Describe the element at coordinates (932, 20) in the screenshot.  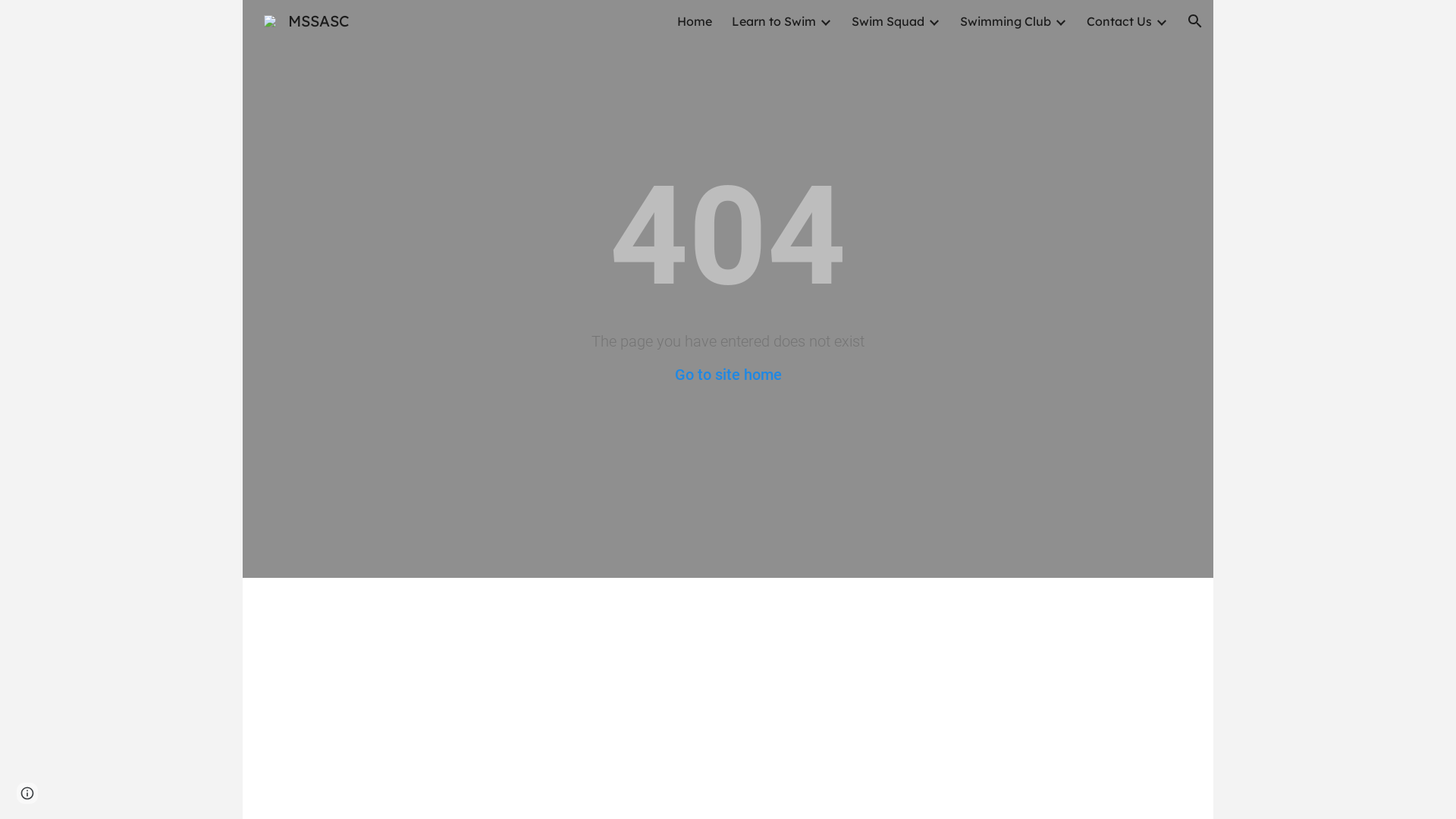
I see `'Expand/Collapse'` at that location.